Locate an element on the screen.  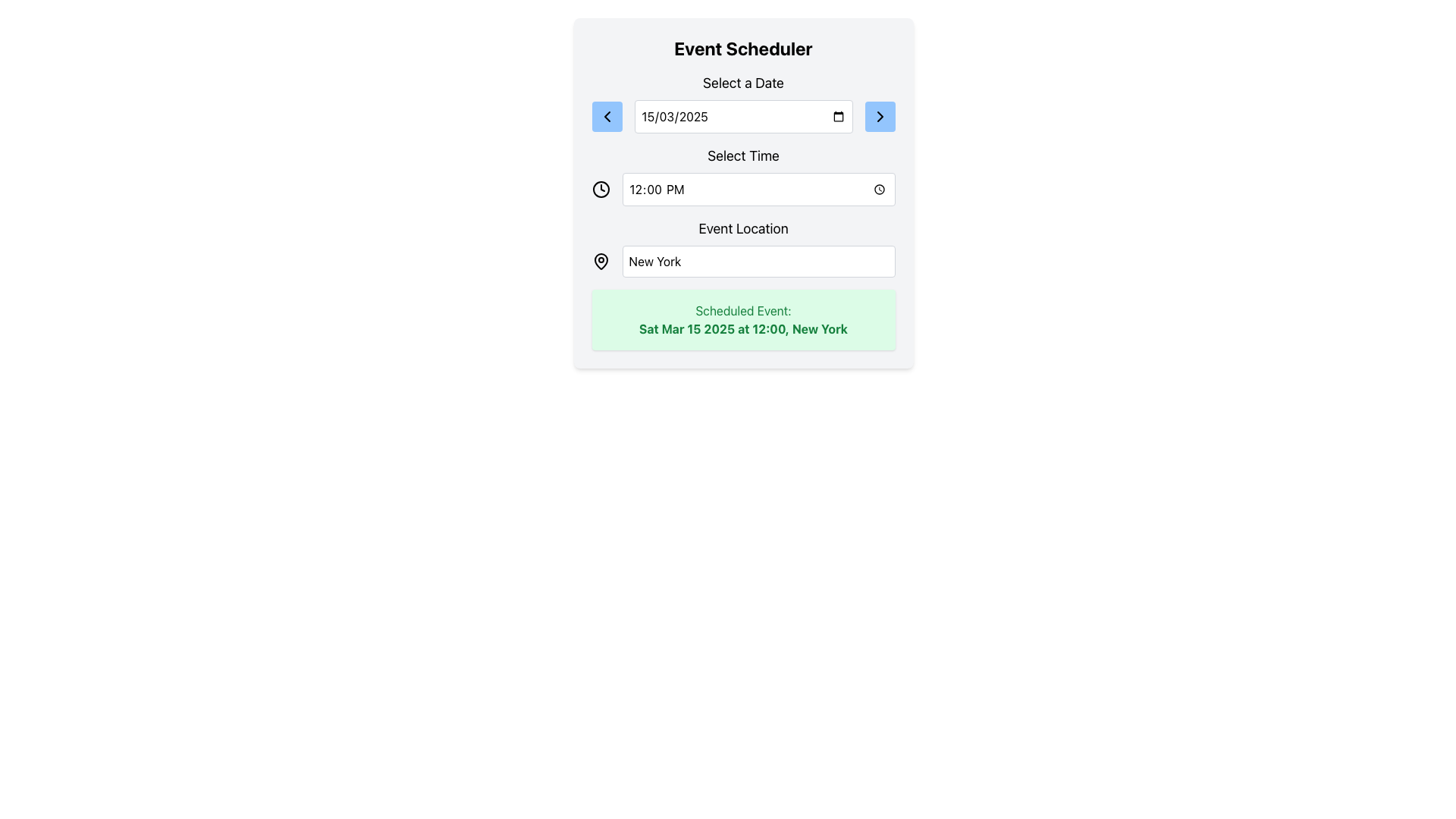
the left-facing Chevron Icon located inside a blue button is located at coordinates (607, 116).